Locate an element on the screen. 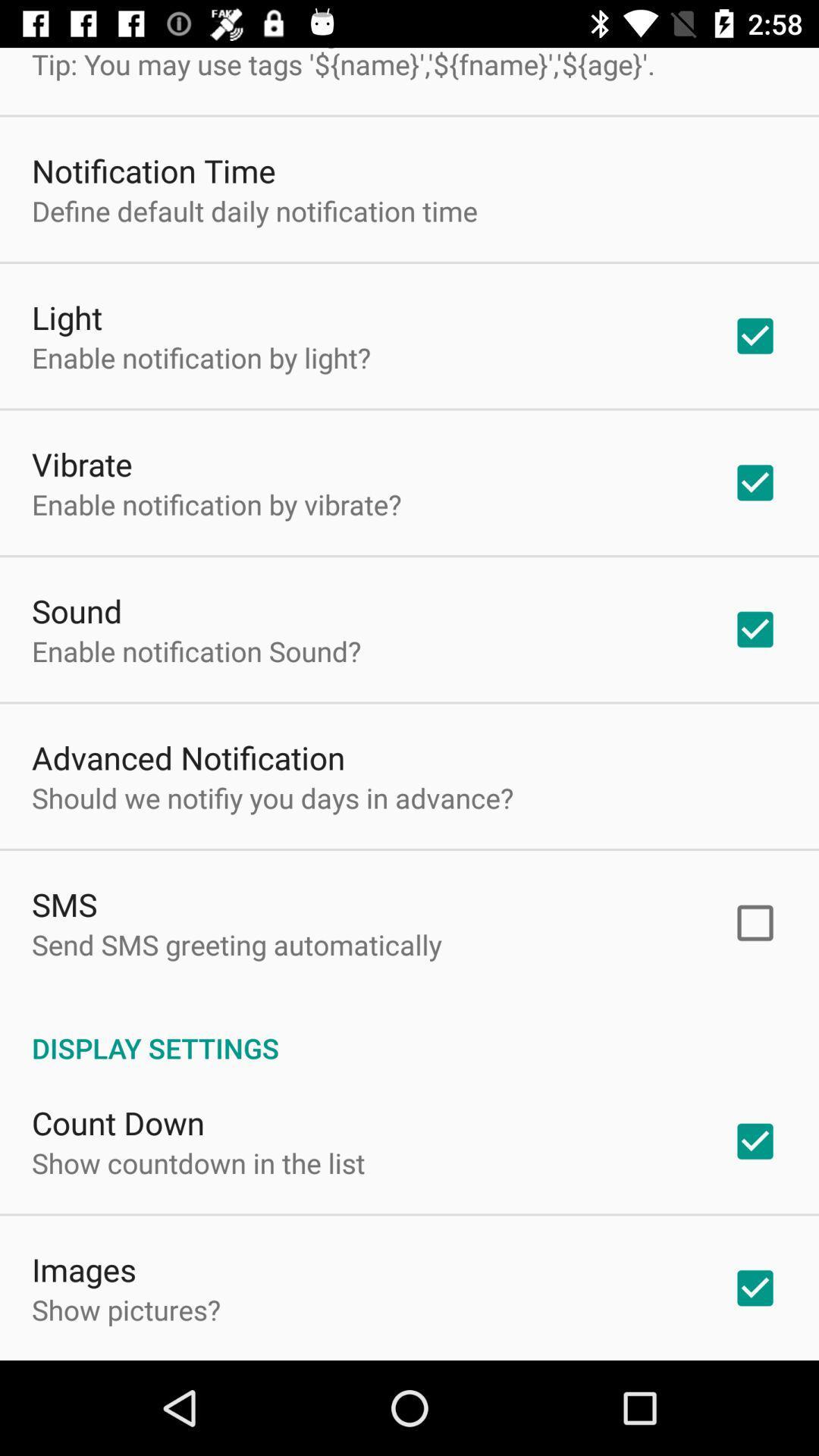  the app above the should we notifiy item is located at coordinates (187, 757).